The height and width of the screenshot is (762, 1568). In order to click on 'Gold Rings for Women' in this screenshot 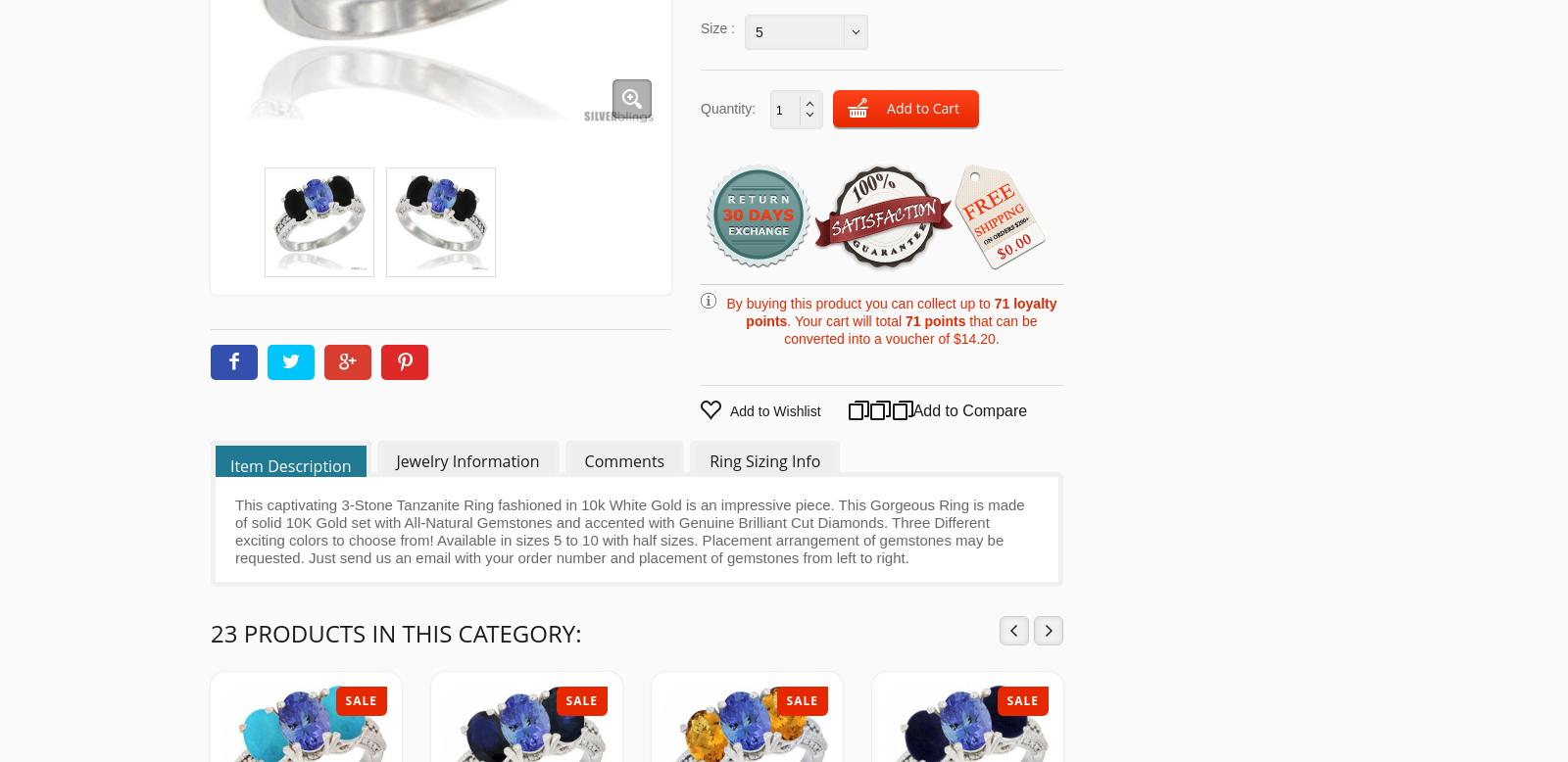, I will do `click(1080, 112)`.